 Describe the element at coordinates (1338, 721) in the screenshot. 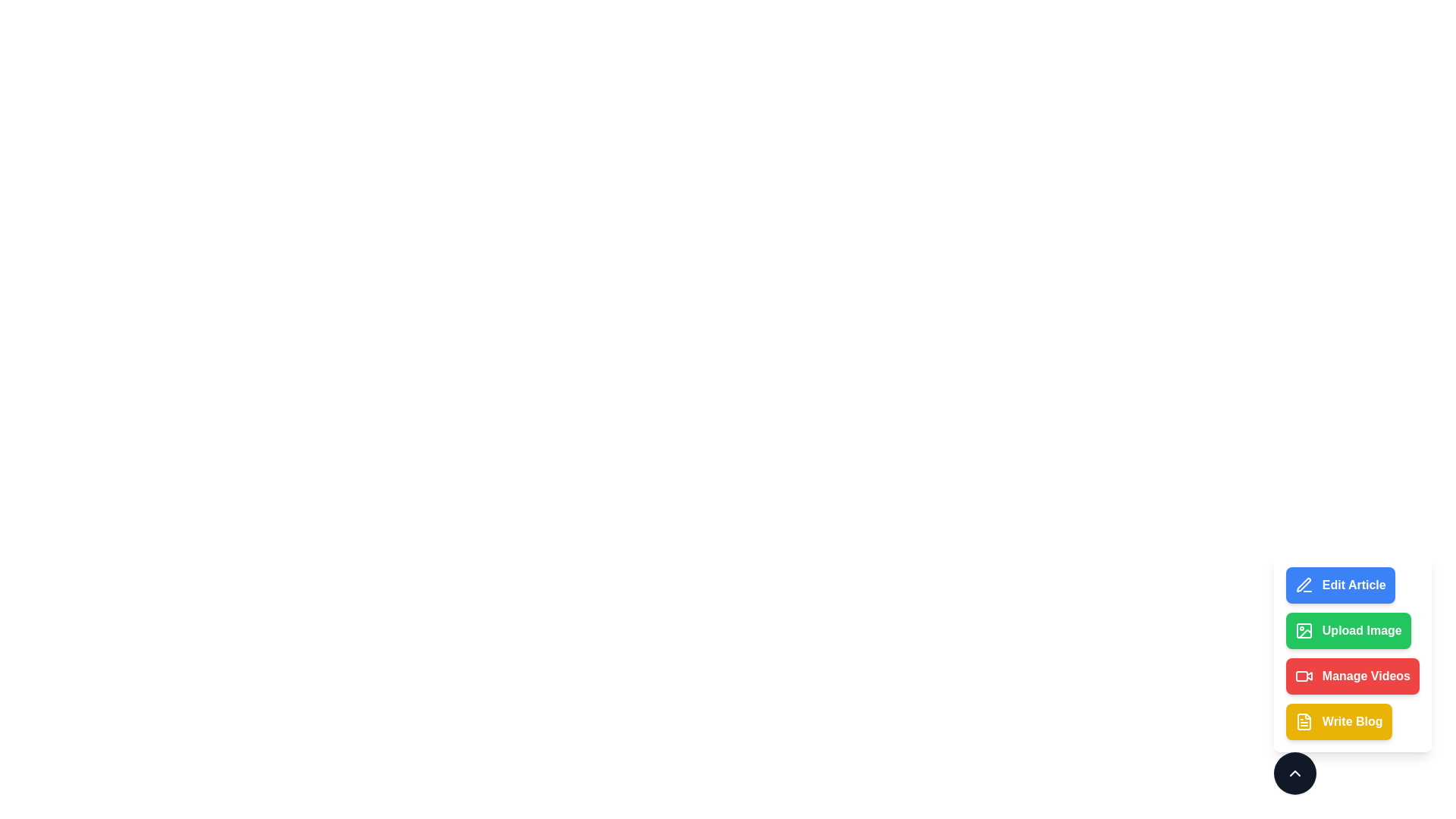

I see `the action Write Blog from the menu` at that location.